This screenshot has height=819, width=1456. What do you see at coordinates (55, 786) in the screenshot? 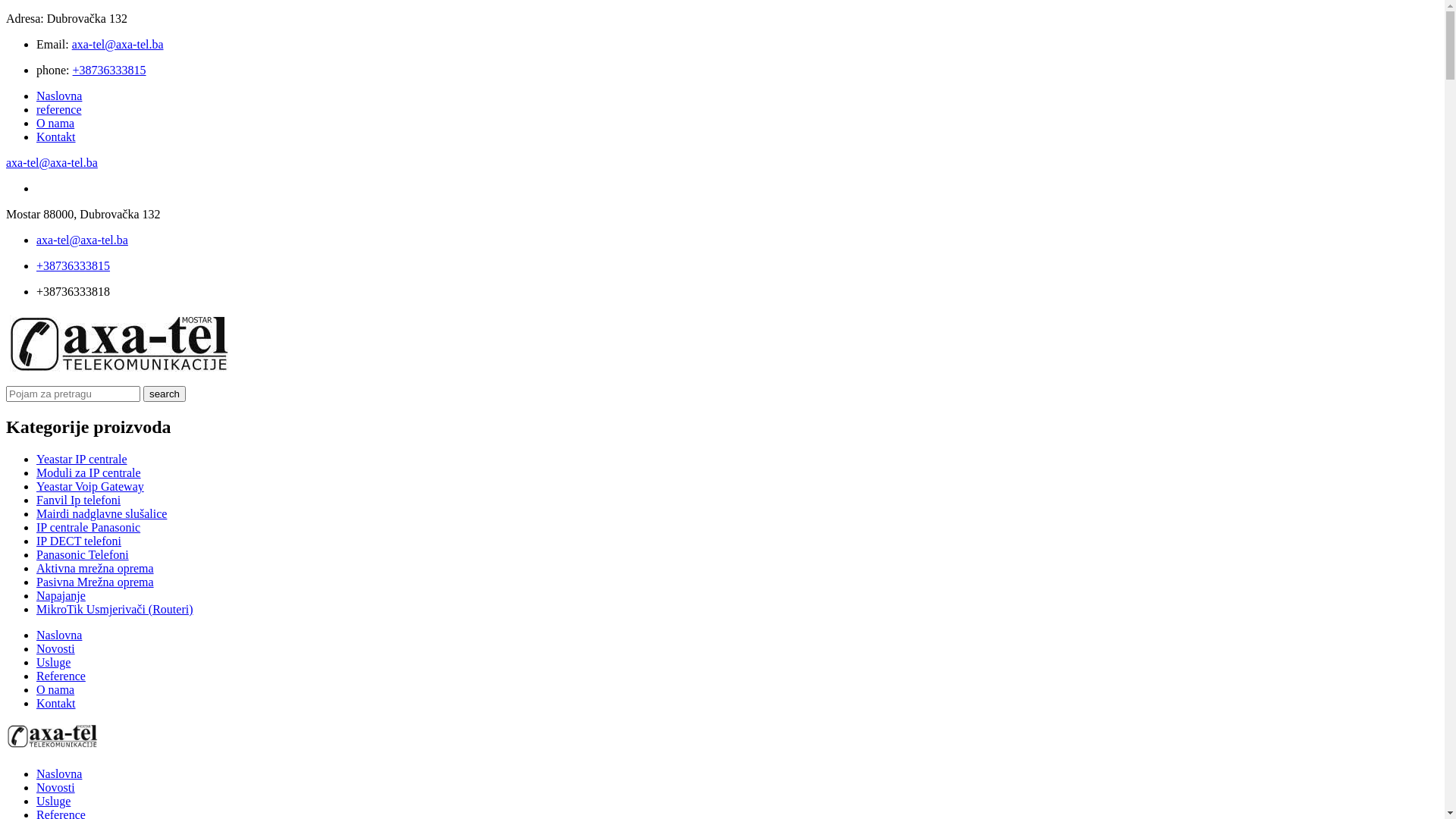
I see `'Novosti'` at bounding box center [55, 786].